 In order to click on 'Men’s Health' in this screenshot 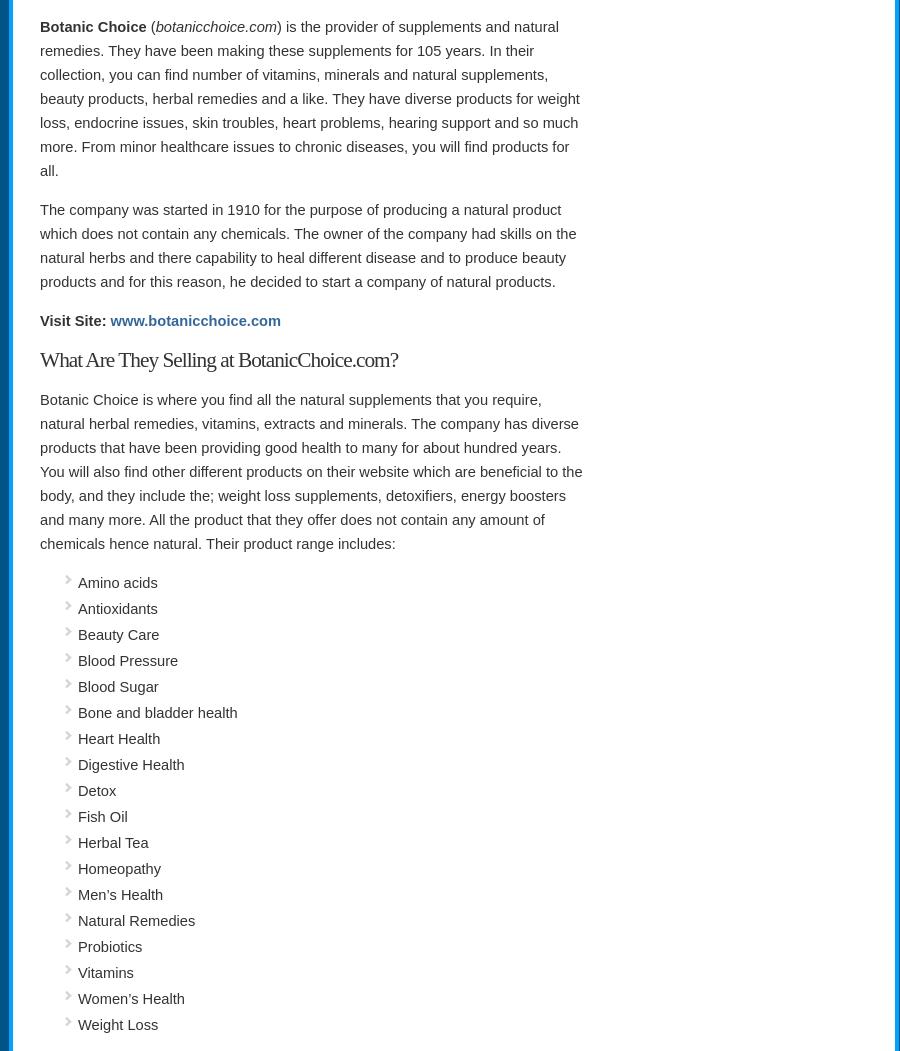, I will do `click(120, 895)`.